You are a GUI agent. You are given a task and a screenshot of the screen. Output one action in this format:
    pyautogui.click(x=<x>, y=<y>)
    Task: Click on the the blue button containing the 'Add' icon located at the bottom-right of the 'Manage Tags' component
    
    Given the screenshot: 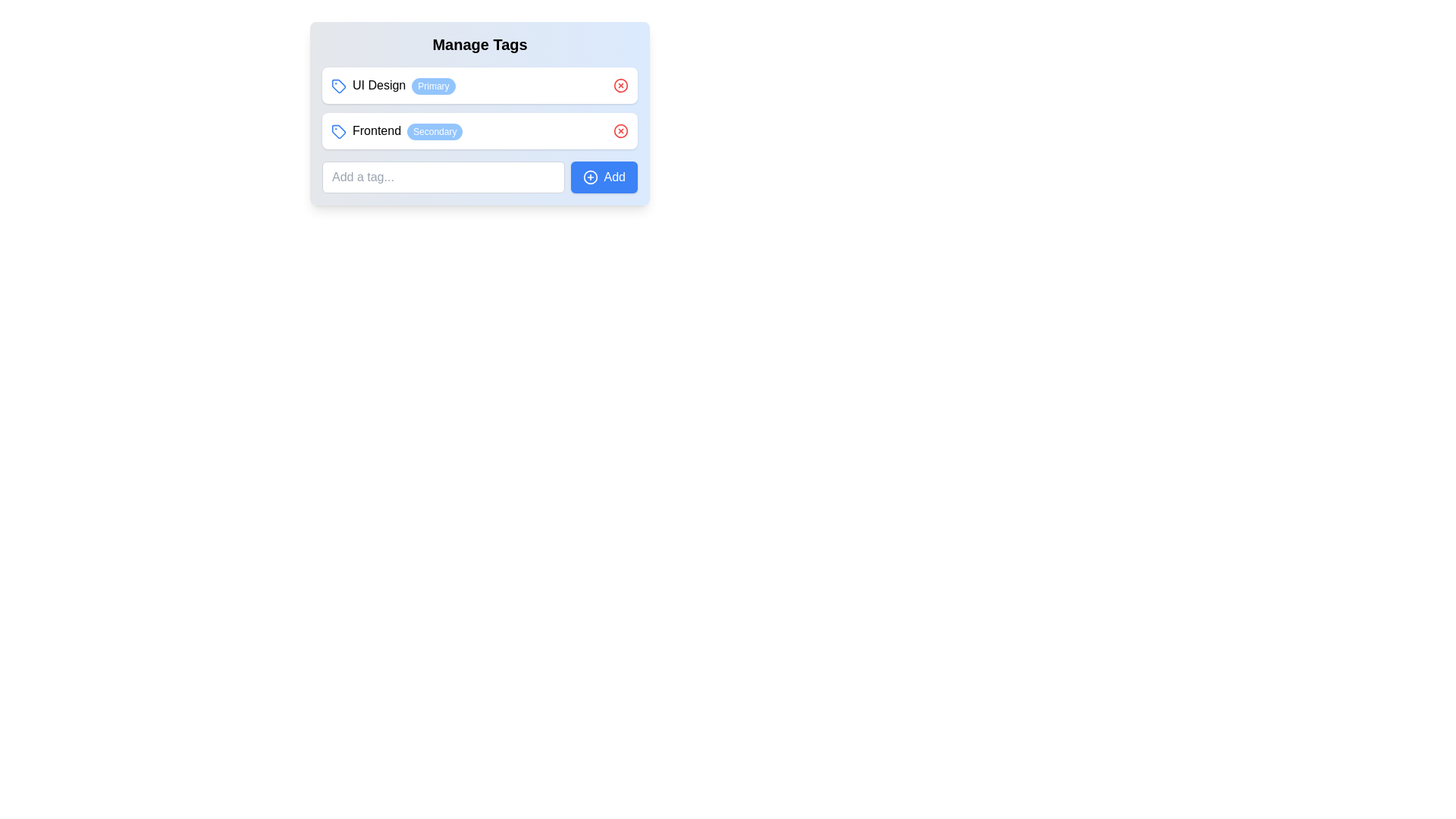 What is the action you would take?
    pyautogui.click(x=589, y=177)
    